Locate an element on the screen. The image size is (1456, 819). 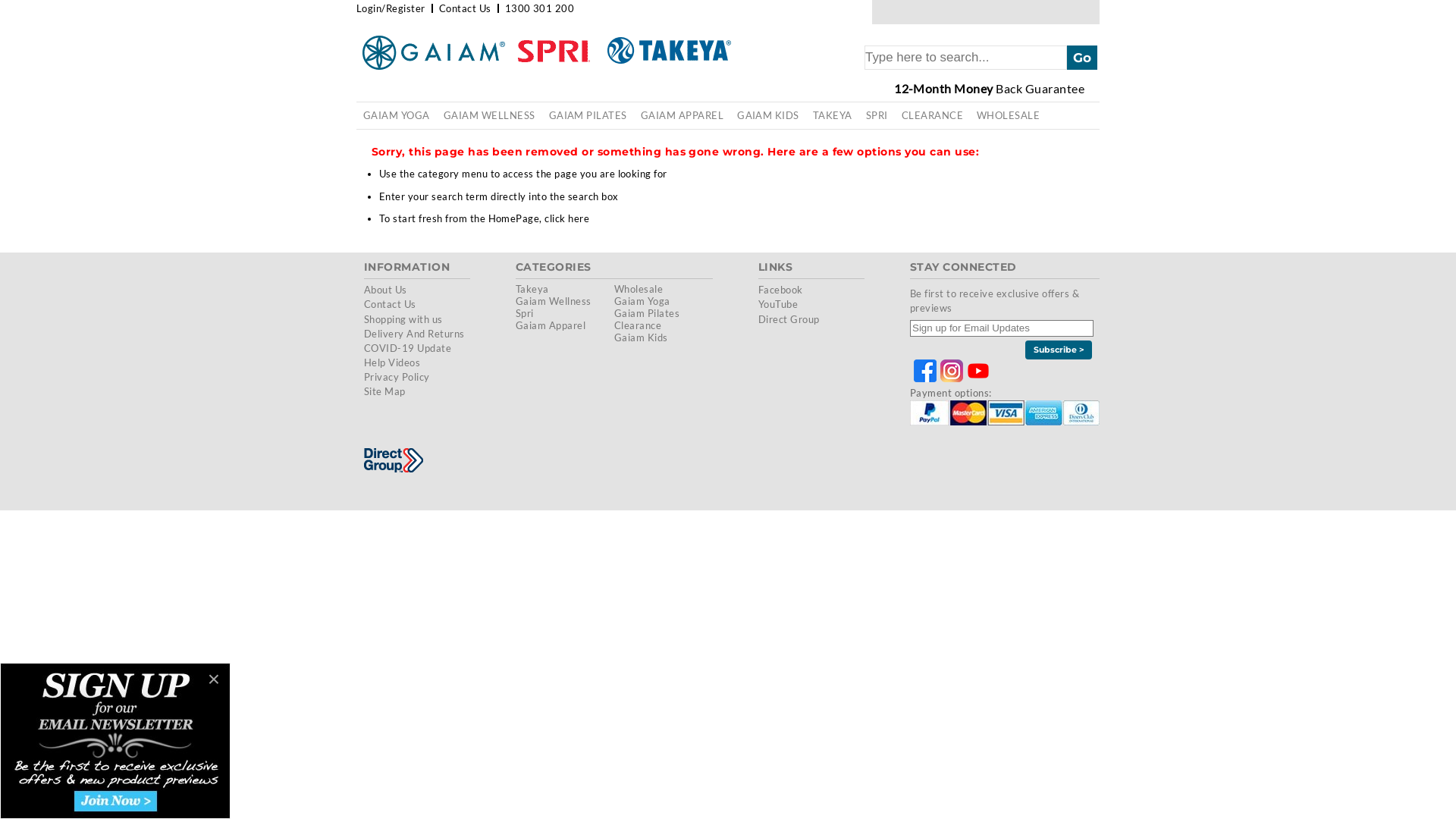
'Help Videos' is located at coordinates (392, 362).